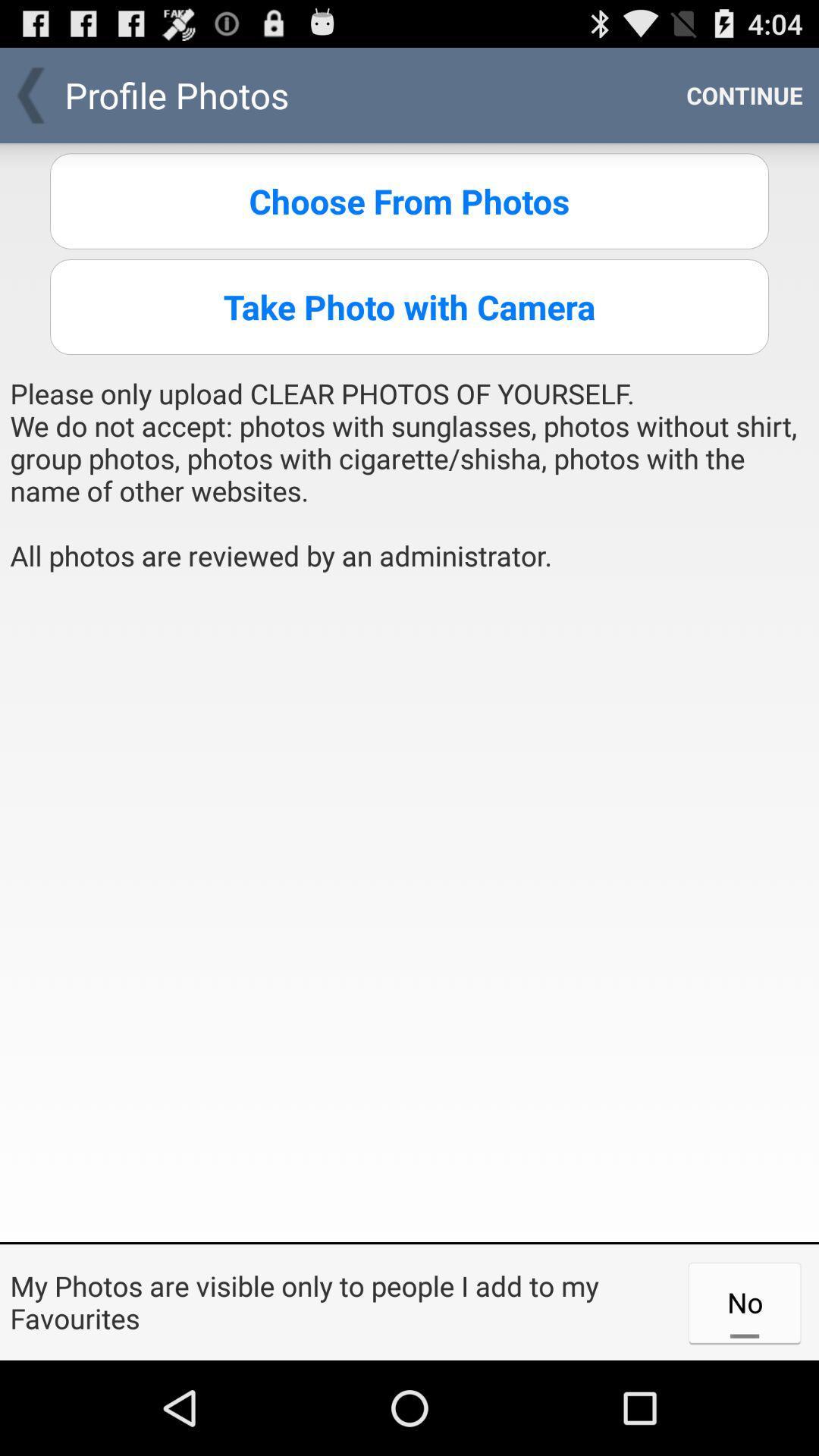 The height and width of the screenshot is (1456, 819). I want to click on item to the right of my photos are item, so click(744, 1301).